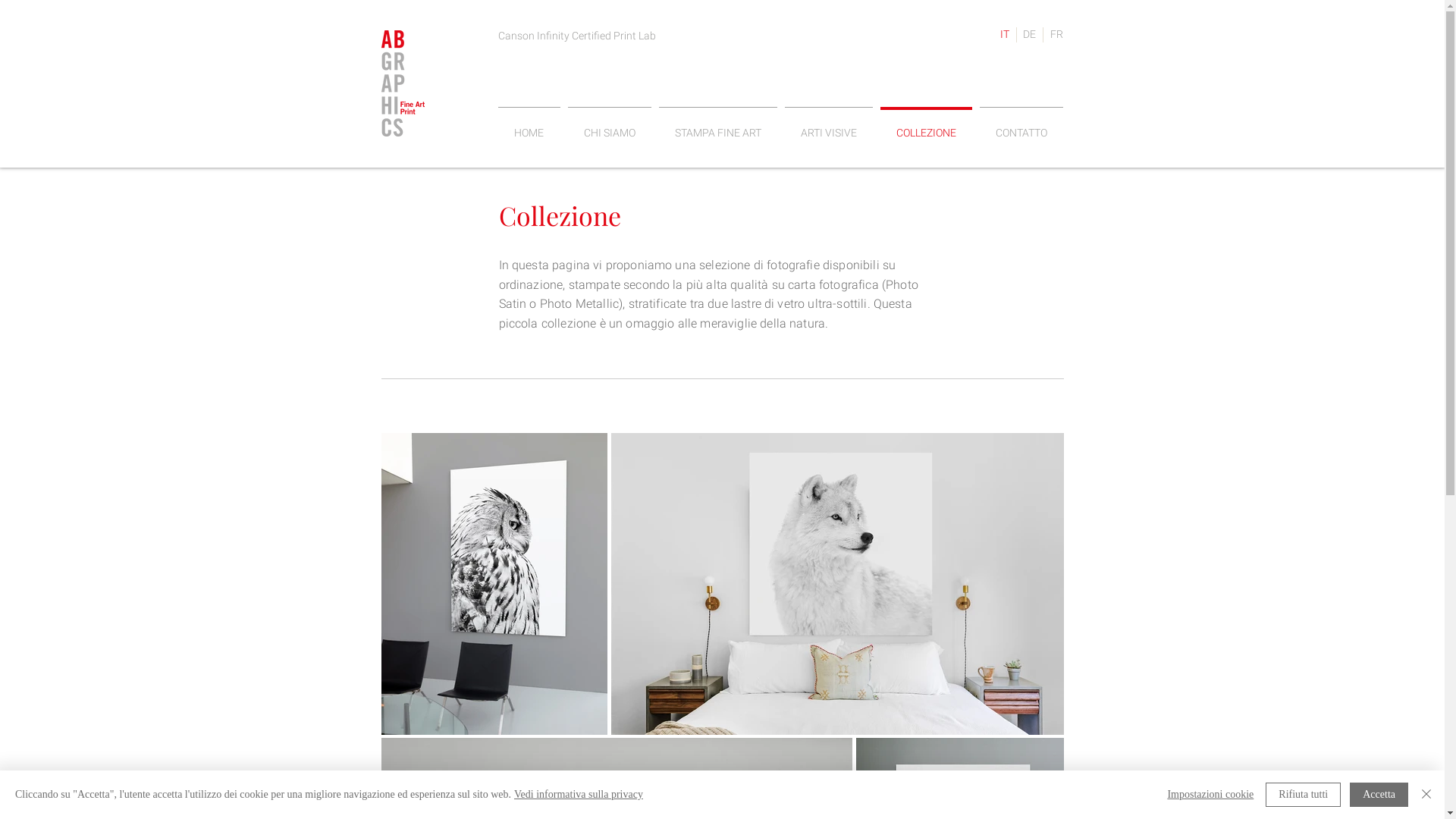 Image resolution: width=1456 pixels, height=819 pixels. What do you see at coordinates (993, 34) in the screenshot?
I see `'IT'` at bounding box center [993, 34].